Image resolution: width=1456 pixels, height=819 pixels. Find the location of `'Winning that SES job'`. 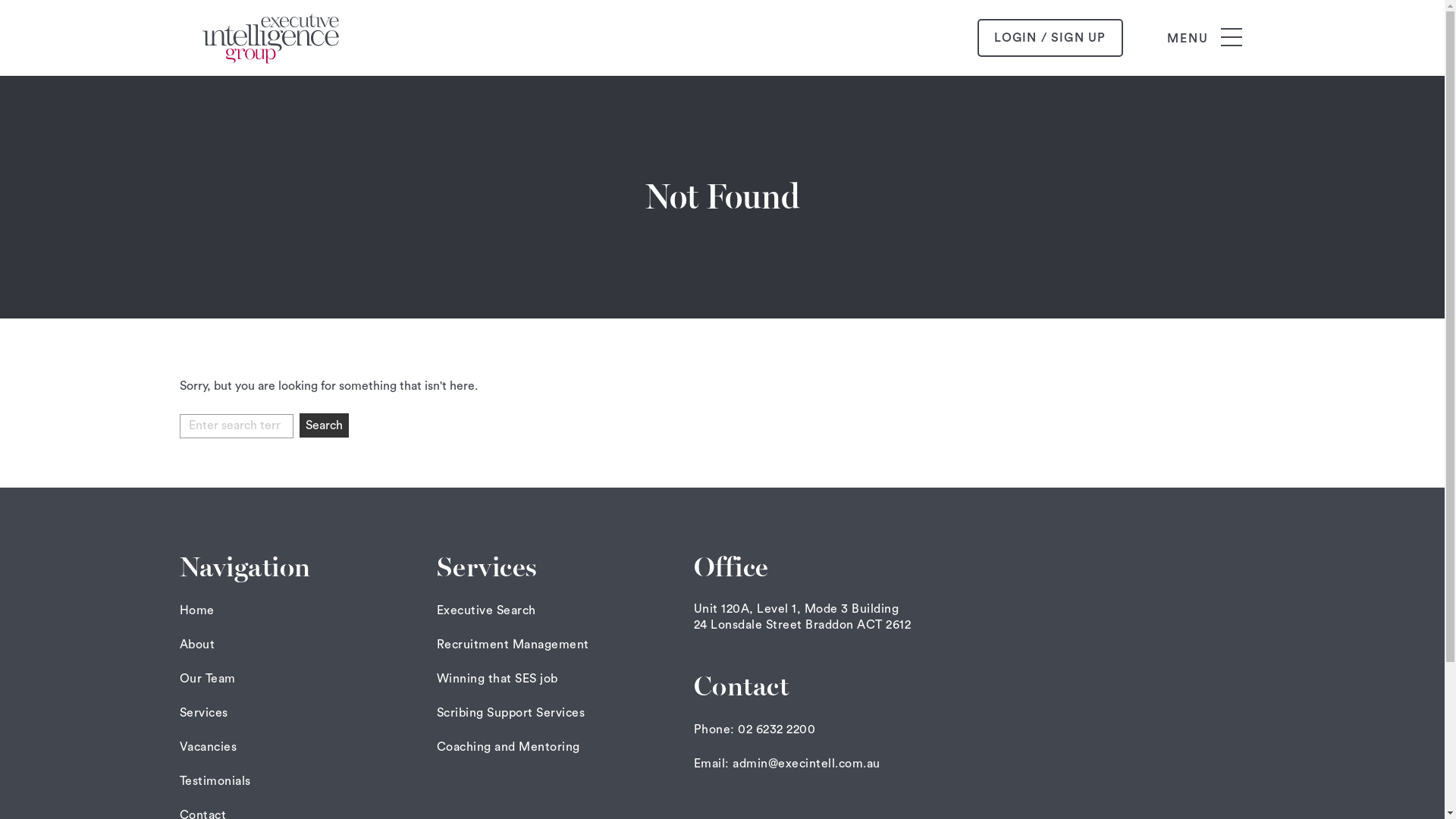

'Winning that SES job' is located at coordinates (497, 677).